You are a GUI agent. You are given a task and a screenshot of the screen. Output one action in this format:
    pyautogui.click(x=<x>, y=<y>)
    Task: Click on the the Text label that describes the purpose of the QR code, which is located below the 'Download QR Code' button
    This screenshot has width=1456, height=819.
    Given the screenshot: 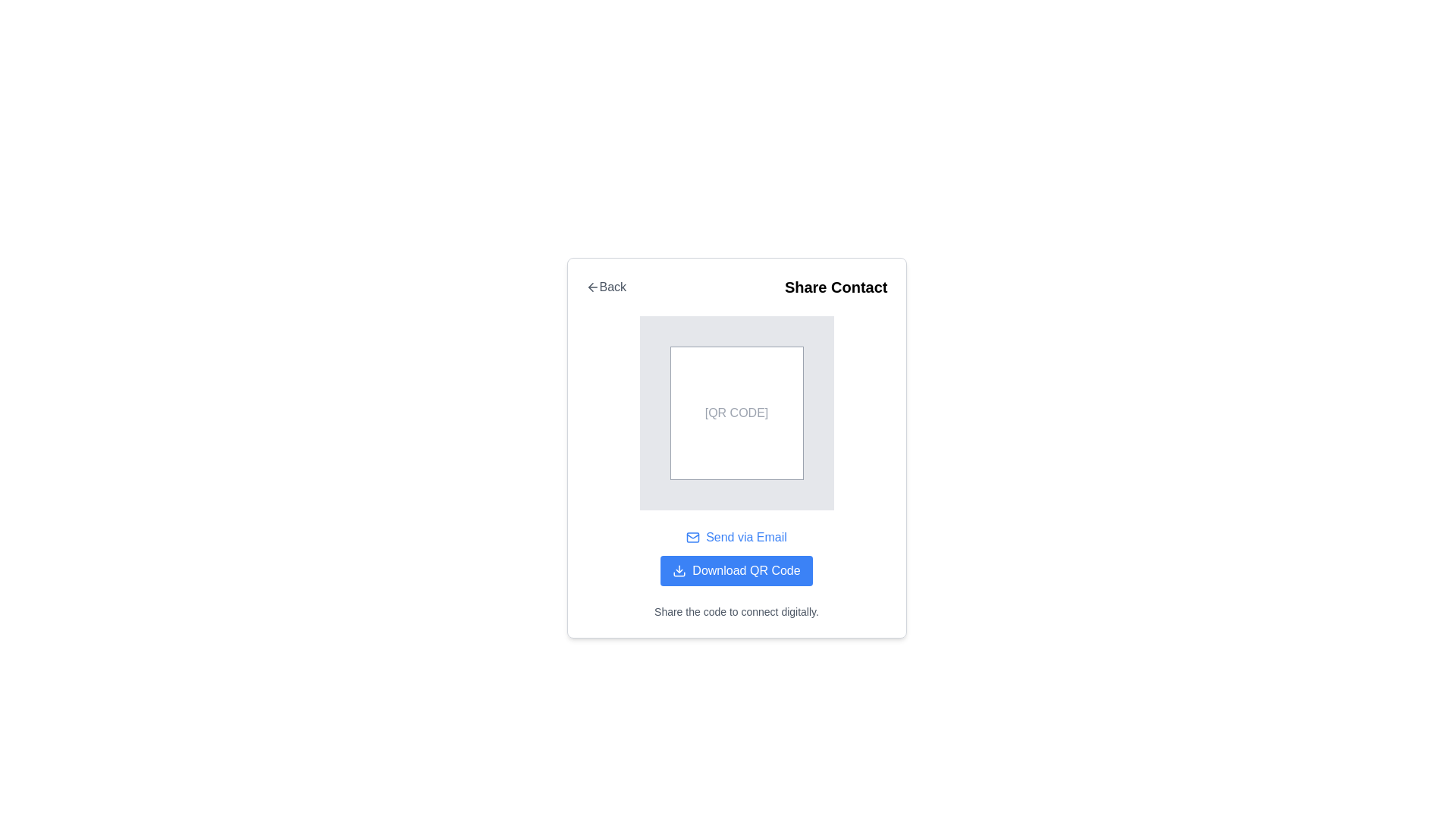 What is the action you would take?
    pyautogui.click(x=736, y=610)
    